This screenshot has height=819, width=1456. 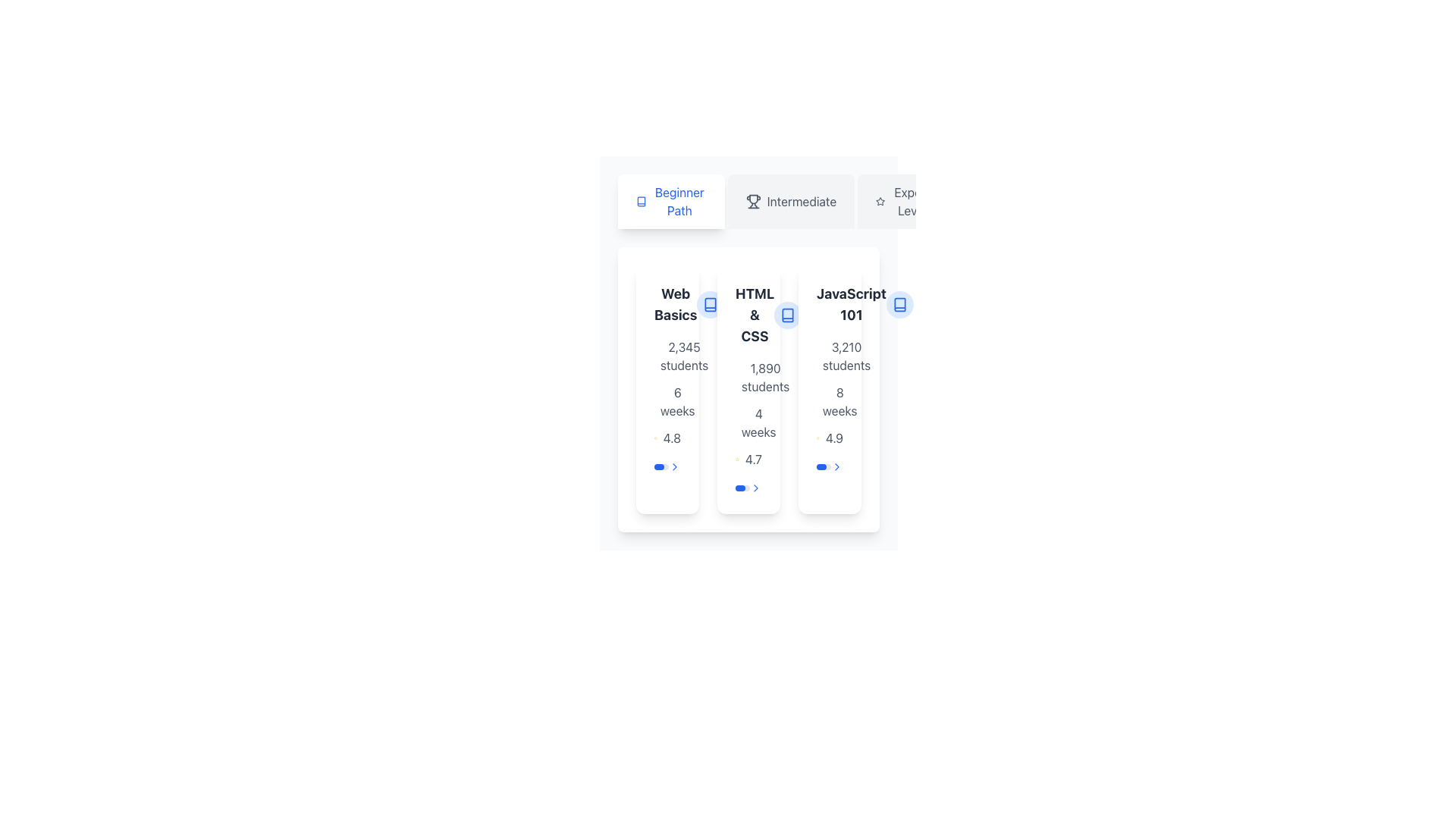 What do you see at coordinates (710, 304) in the screenshot?
I see `the educational content icon located in the top-left corner of the 'HTML & CSS' card, which is set against a blue circular background` at bounding box center [710, 304].